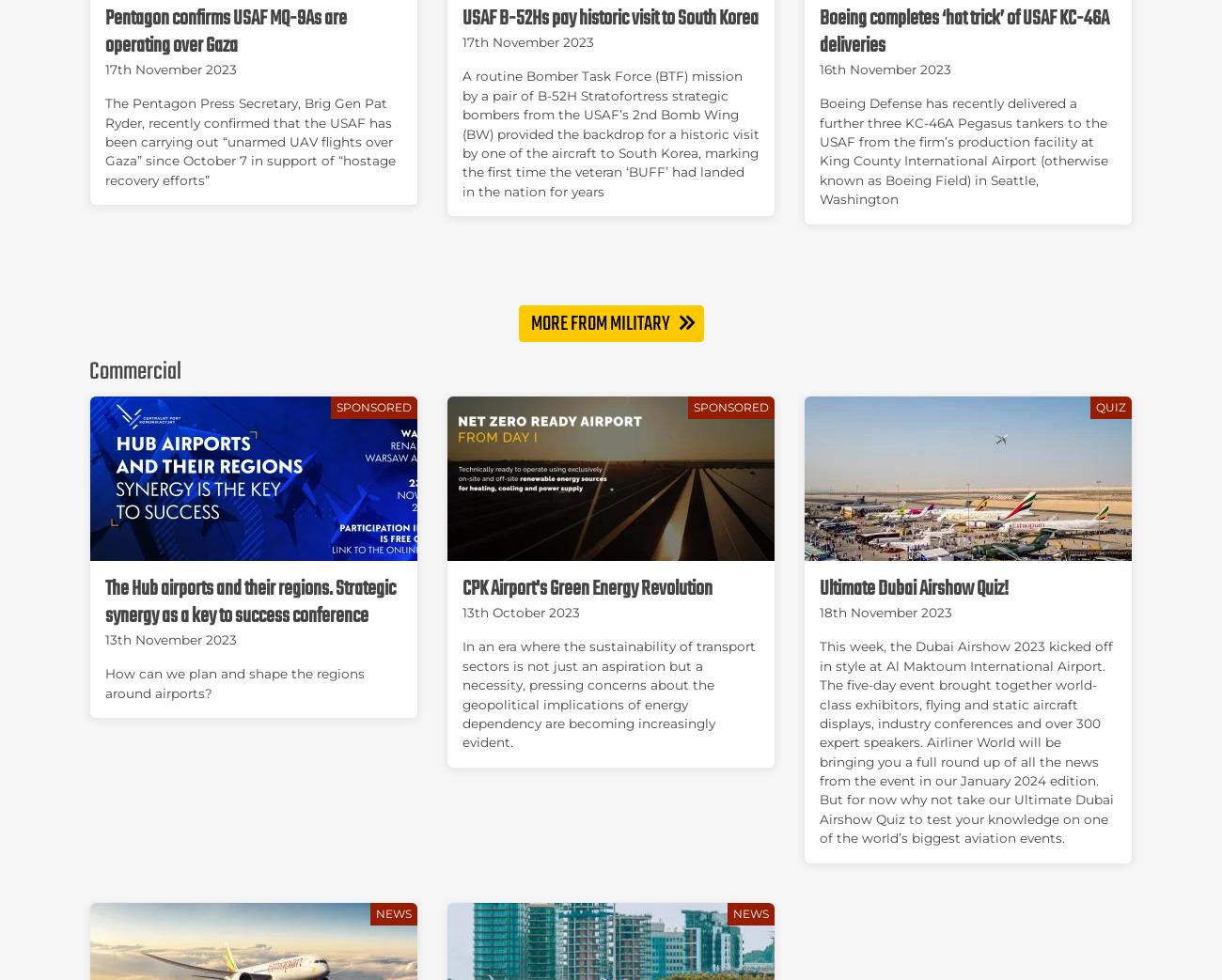  What do you see at coordinates (587, 588) in the screenshot?
I see `'CPK Airport's Green Energy Revolution'` at bounding box center [587, 588].